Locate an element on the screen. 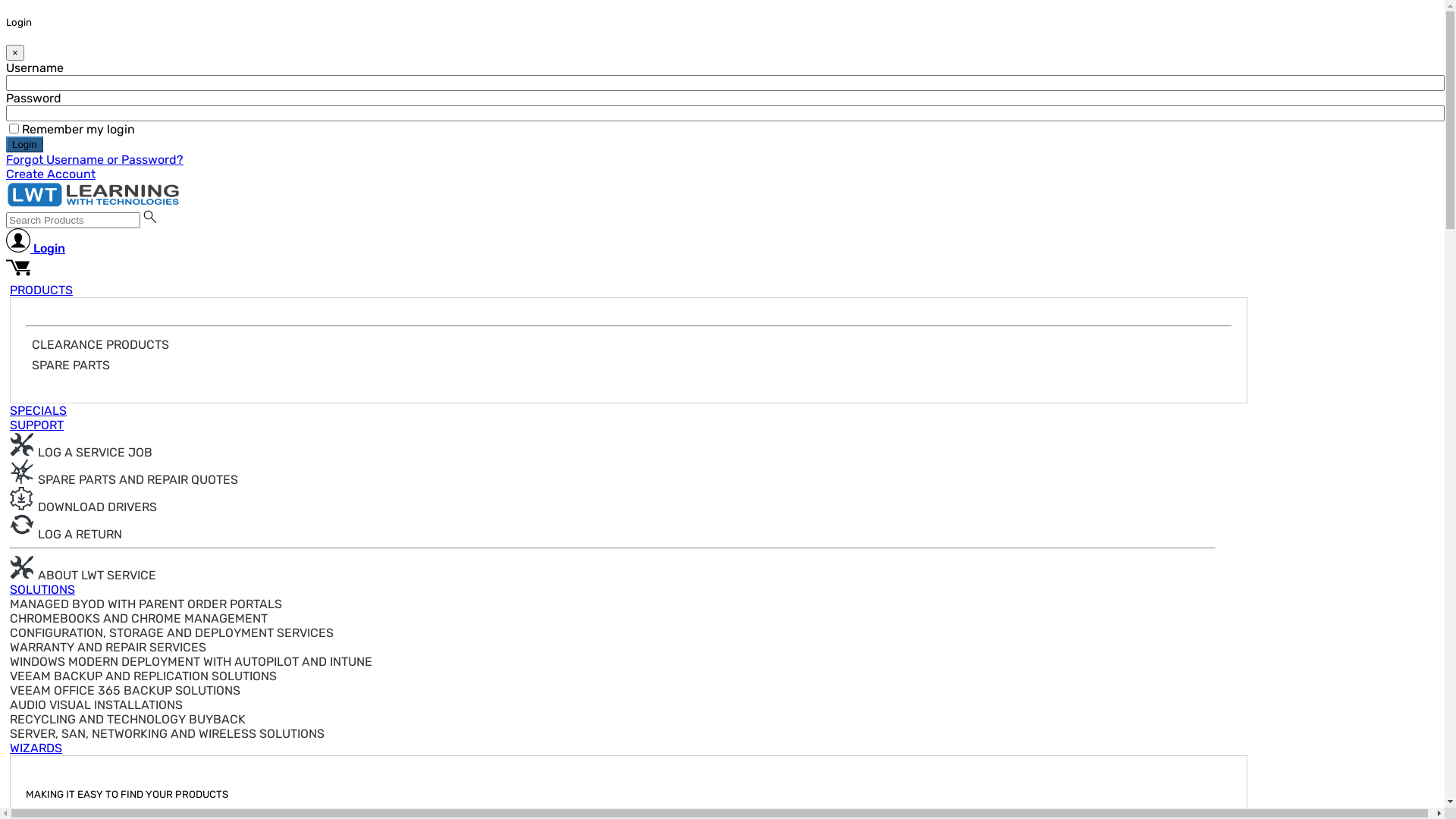 The image size is (1456, 819). 'Forgot Username or Password?' is located at coordinates (6, 159).